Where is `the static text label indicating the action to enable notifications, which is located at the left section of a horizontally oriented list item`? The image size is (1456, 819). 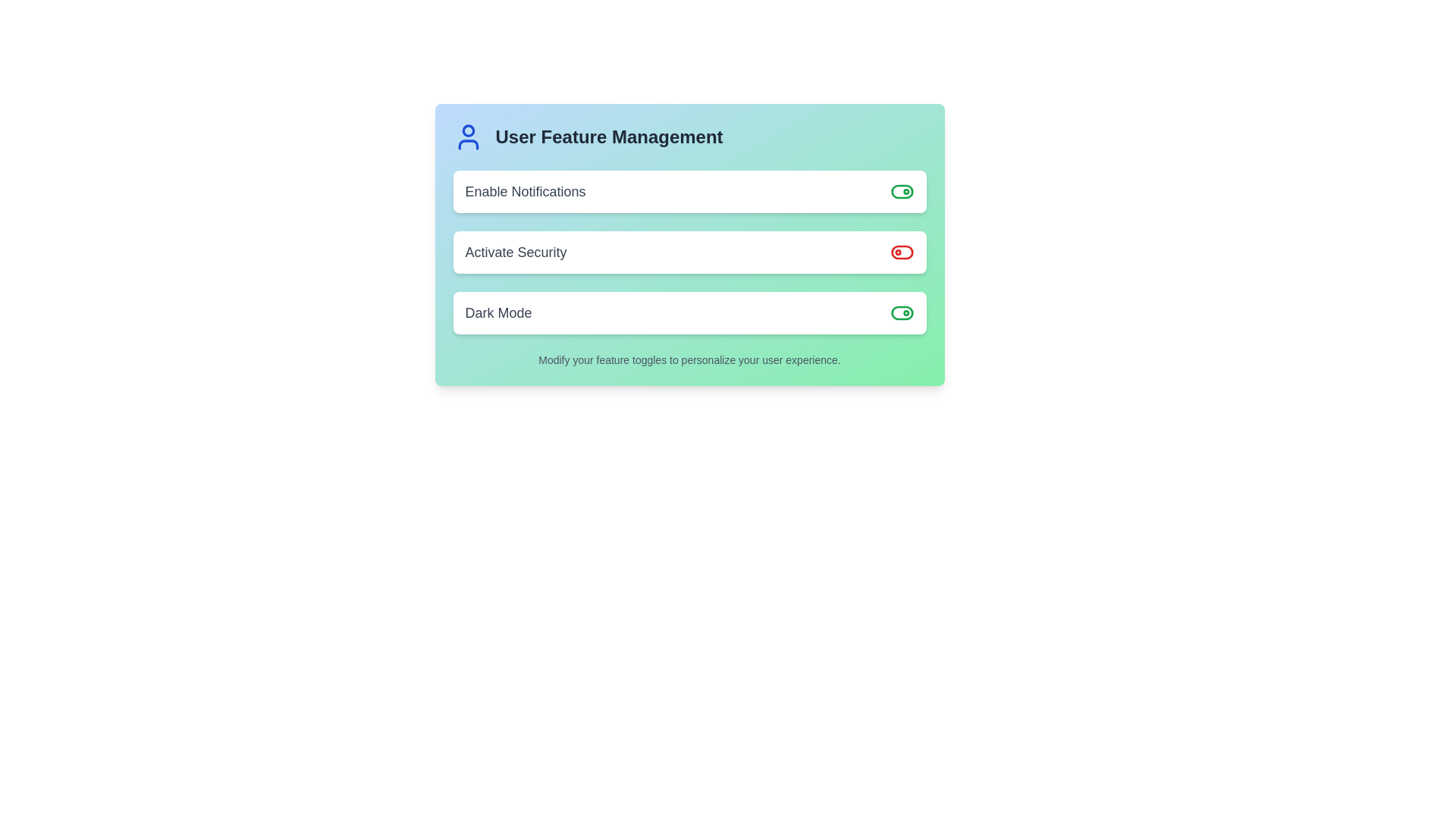
the static text label indicating the action to enable notifications, which is located at the left section of a horizontally oriented list item is located at coordinates (526, 191).